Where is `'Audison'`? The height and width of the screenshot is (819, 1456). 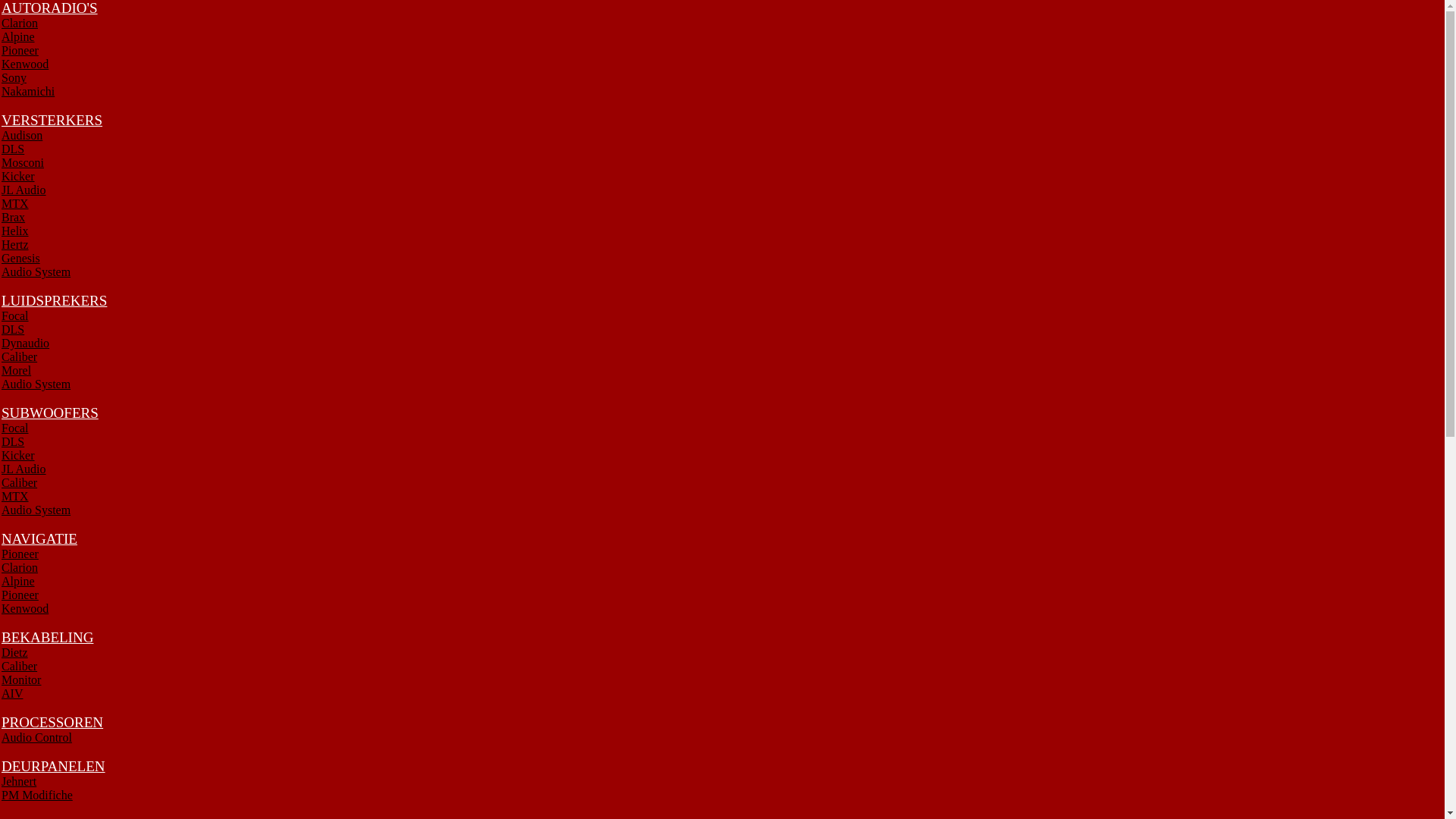
'Audison' is located at coordinates (21, 134).